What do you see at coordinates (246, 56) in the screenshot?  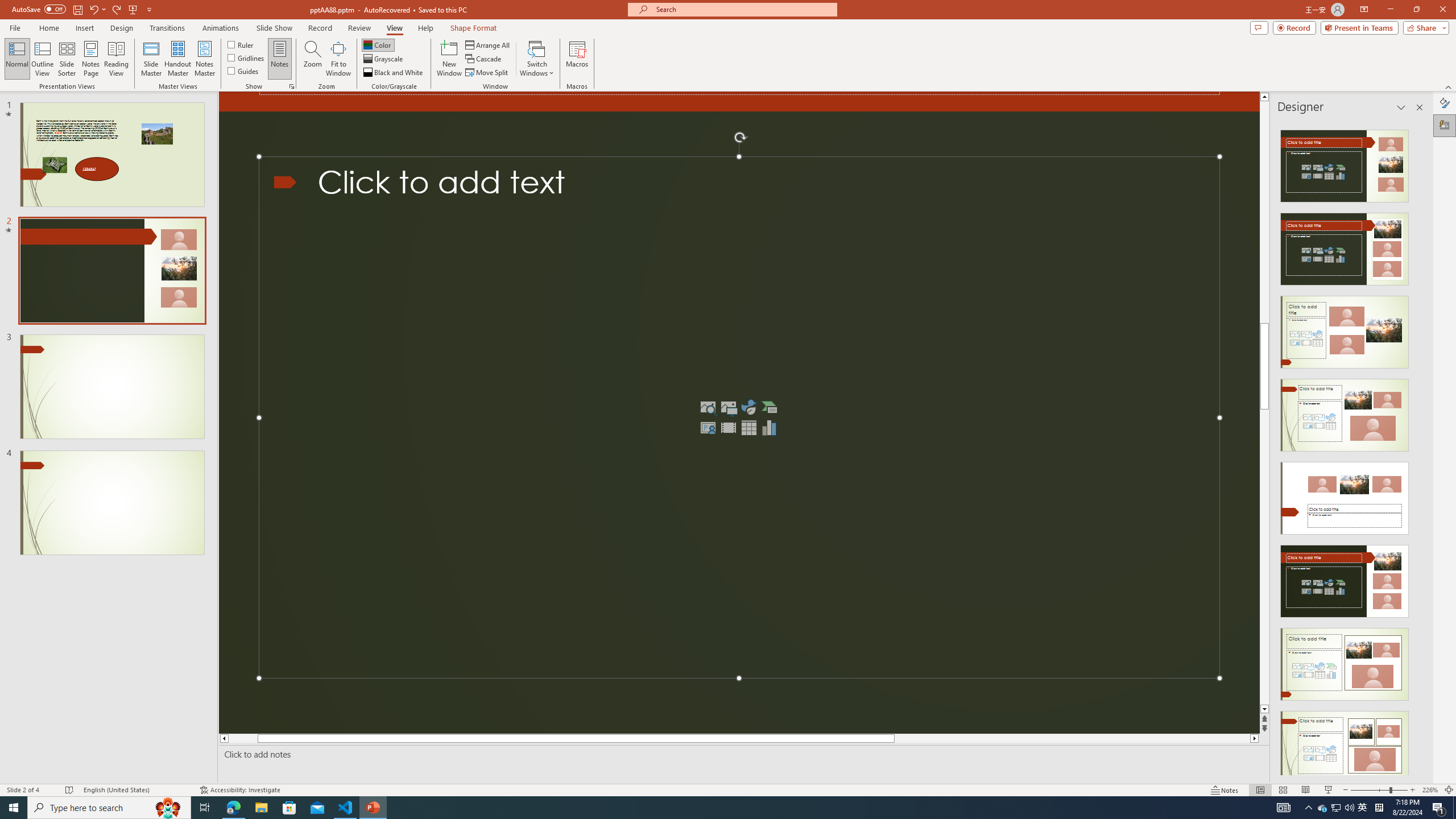 I see `'Gridlines'` at bounding box center [246, 56].